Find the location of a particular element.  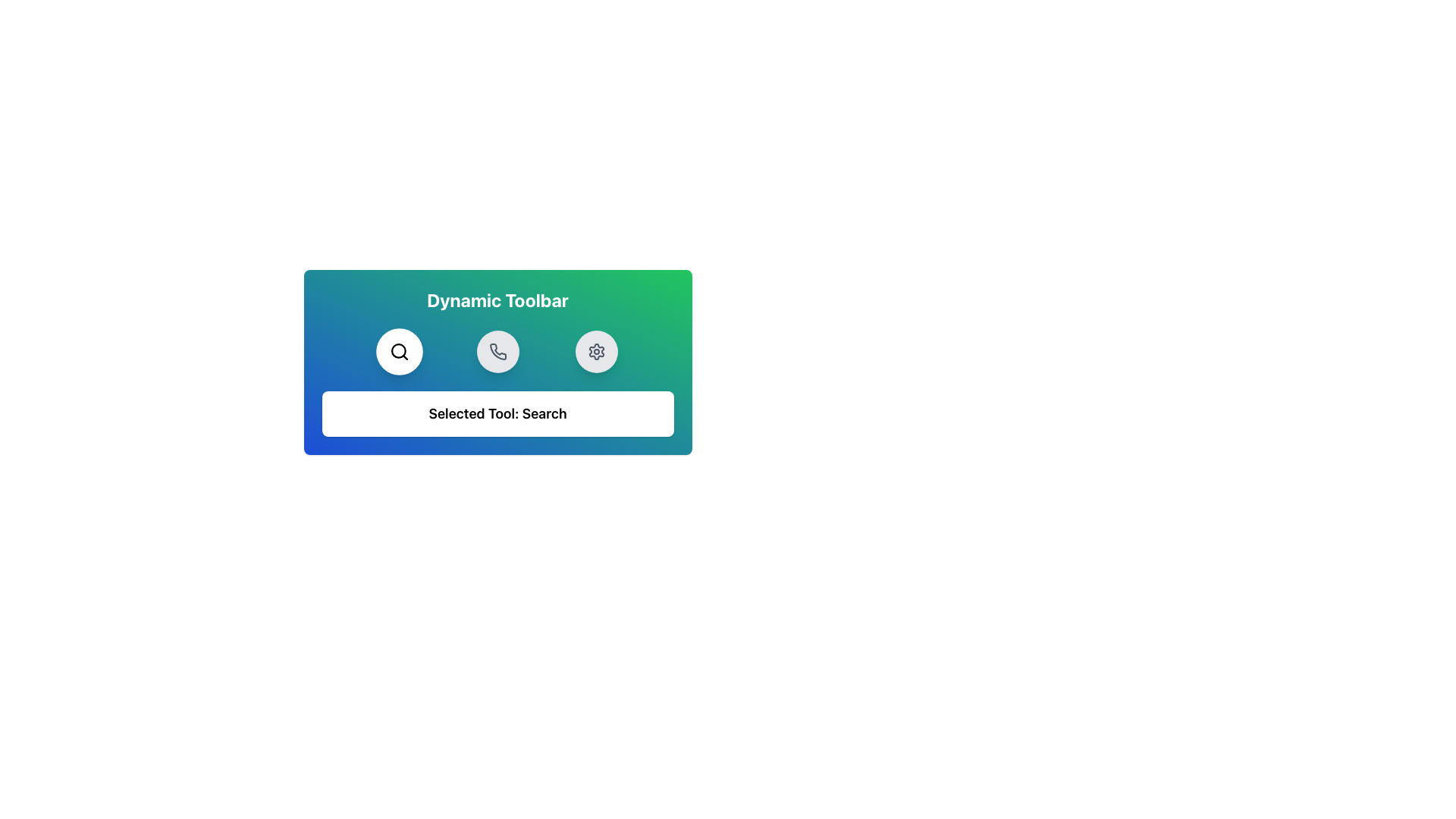

the phone icon located in the middle of the toolbar beneath the label 'Dynamic Toolbar' is located at coordinates (497, 351).